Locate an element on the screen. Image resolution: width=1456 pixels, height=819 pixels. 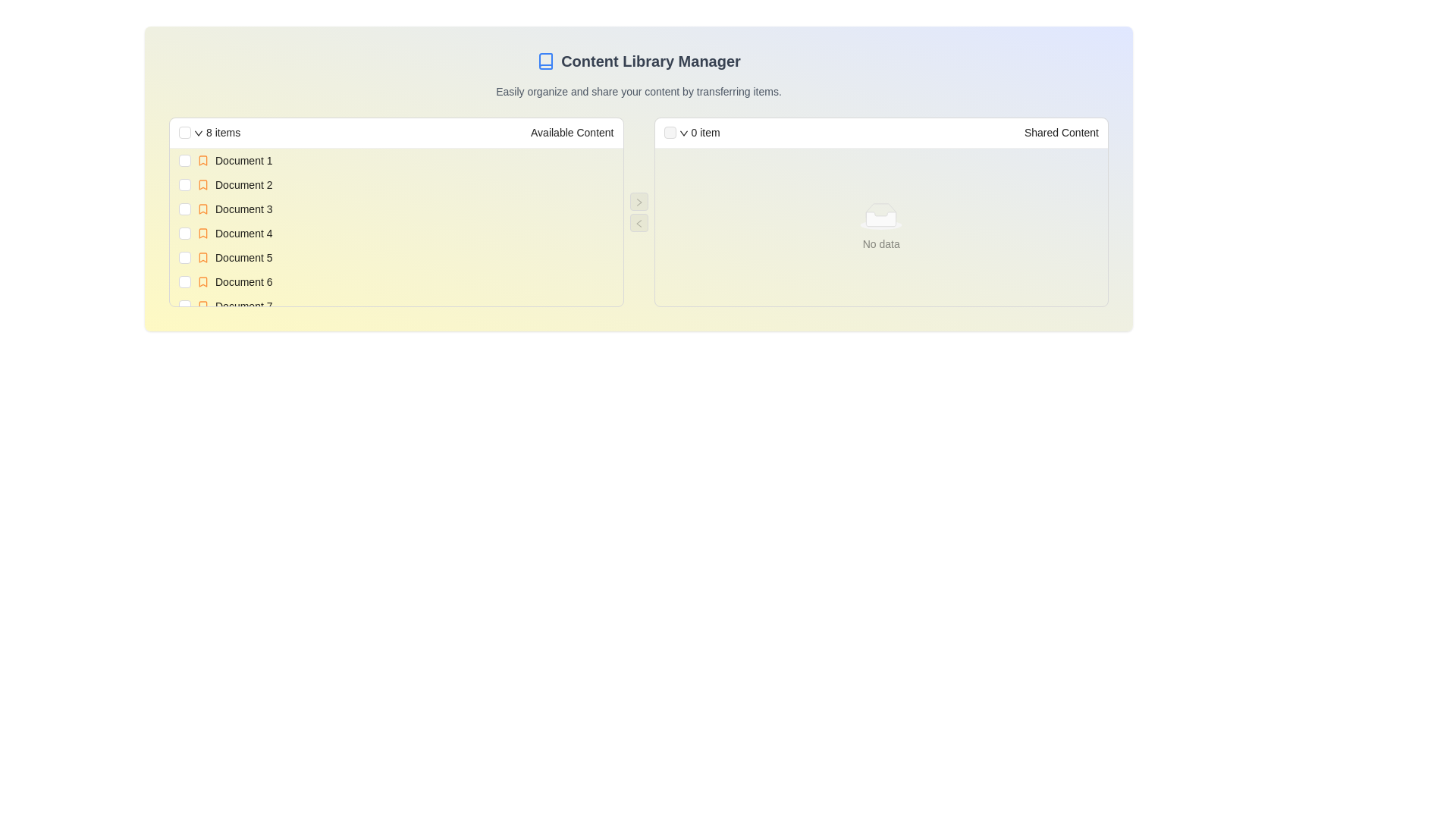
the checkbox that allows users to select or deselect the item labeled 'Document 4' is located at coordinates (184, 234).